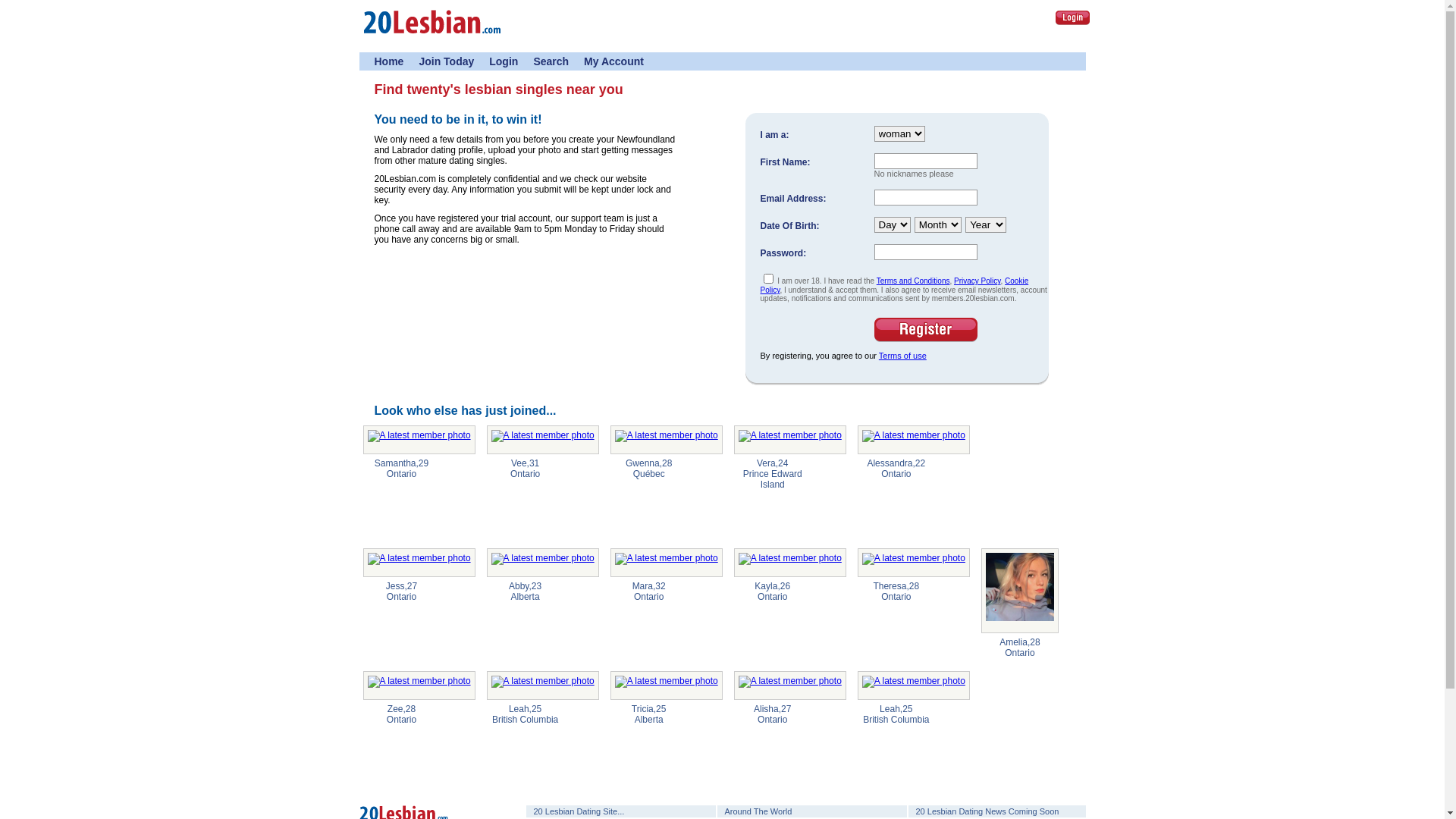  I want to click on 'Mara, 32 from Oshawa, Ontario', so click(666, 562).